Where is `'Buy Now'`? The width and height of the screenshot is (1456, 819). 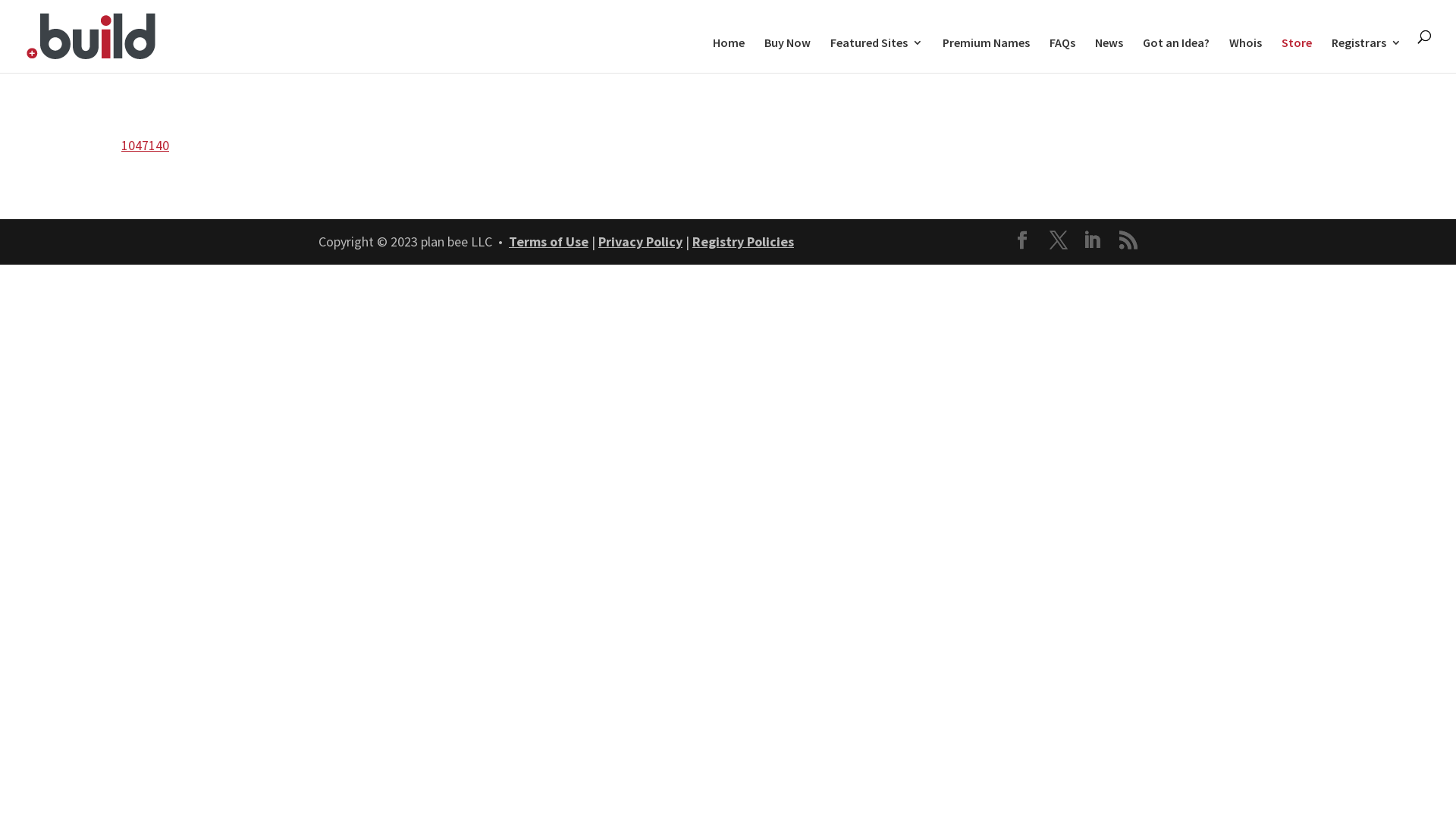 'Buy Now' is located at coordinates (787, 54).